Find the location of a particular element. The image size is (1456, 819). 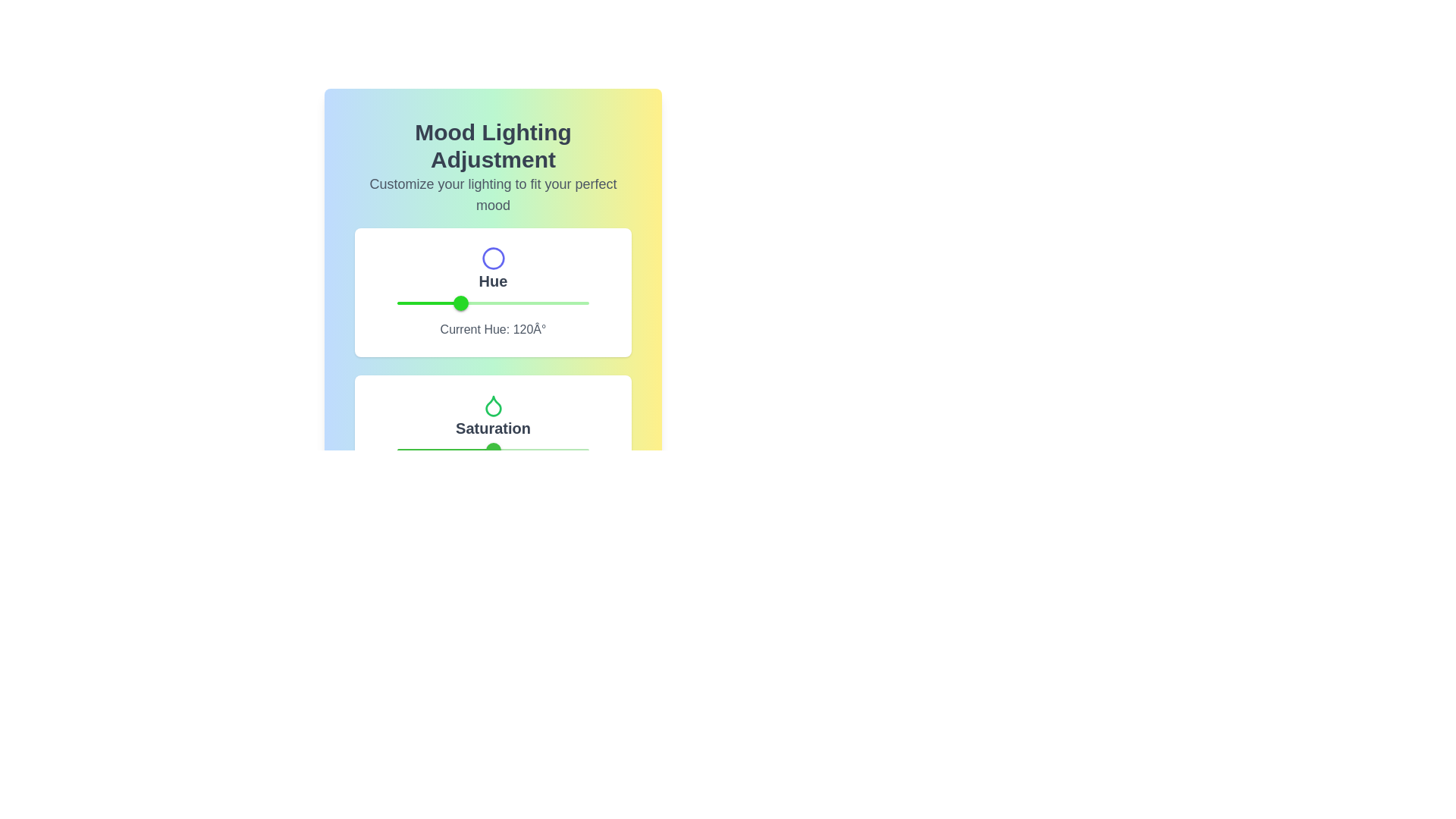

the hue is located at coordinates (420, 303).